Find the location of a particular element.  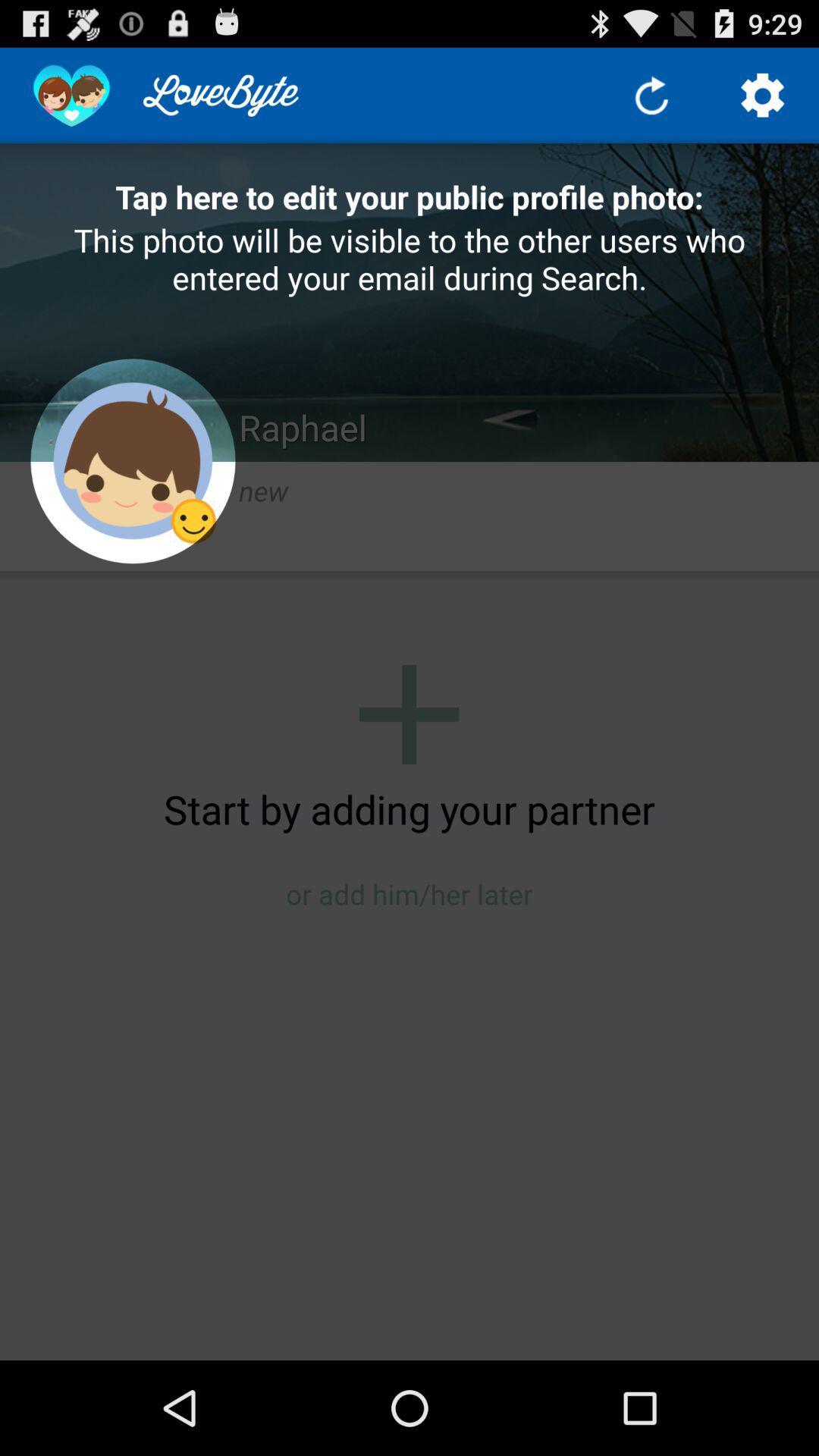

the start by adding app is located at coordinates (409, 808).